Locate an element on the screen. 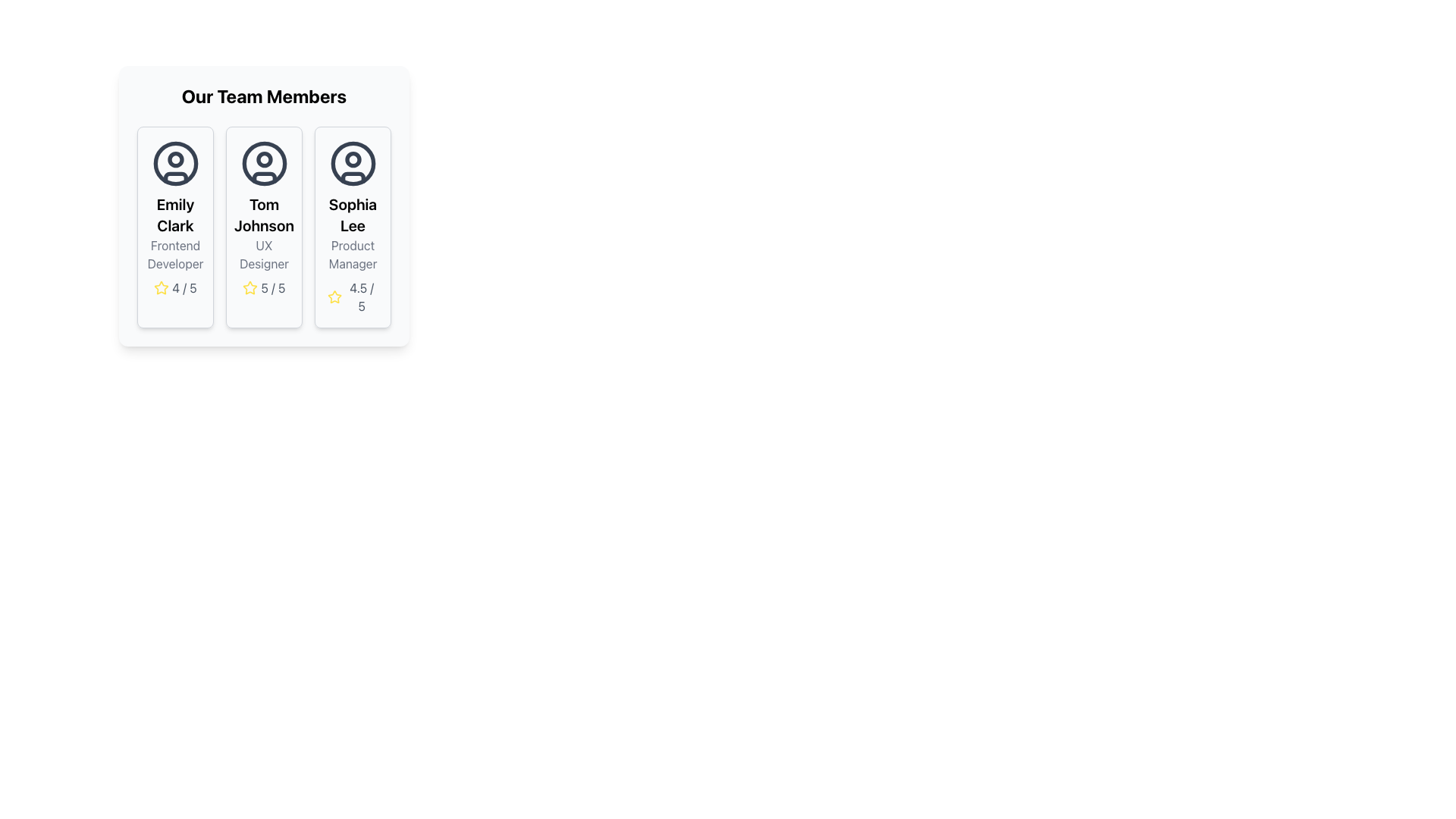 The width and height of the screenshot is (1456, 819). the text label displaying the numerical rating value of 4.5 out of 5 for 'Sophia Lee' located in the third column under 'Our Team Members', between the yellow star icon and her role description is located at coordinates (361, 297).